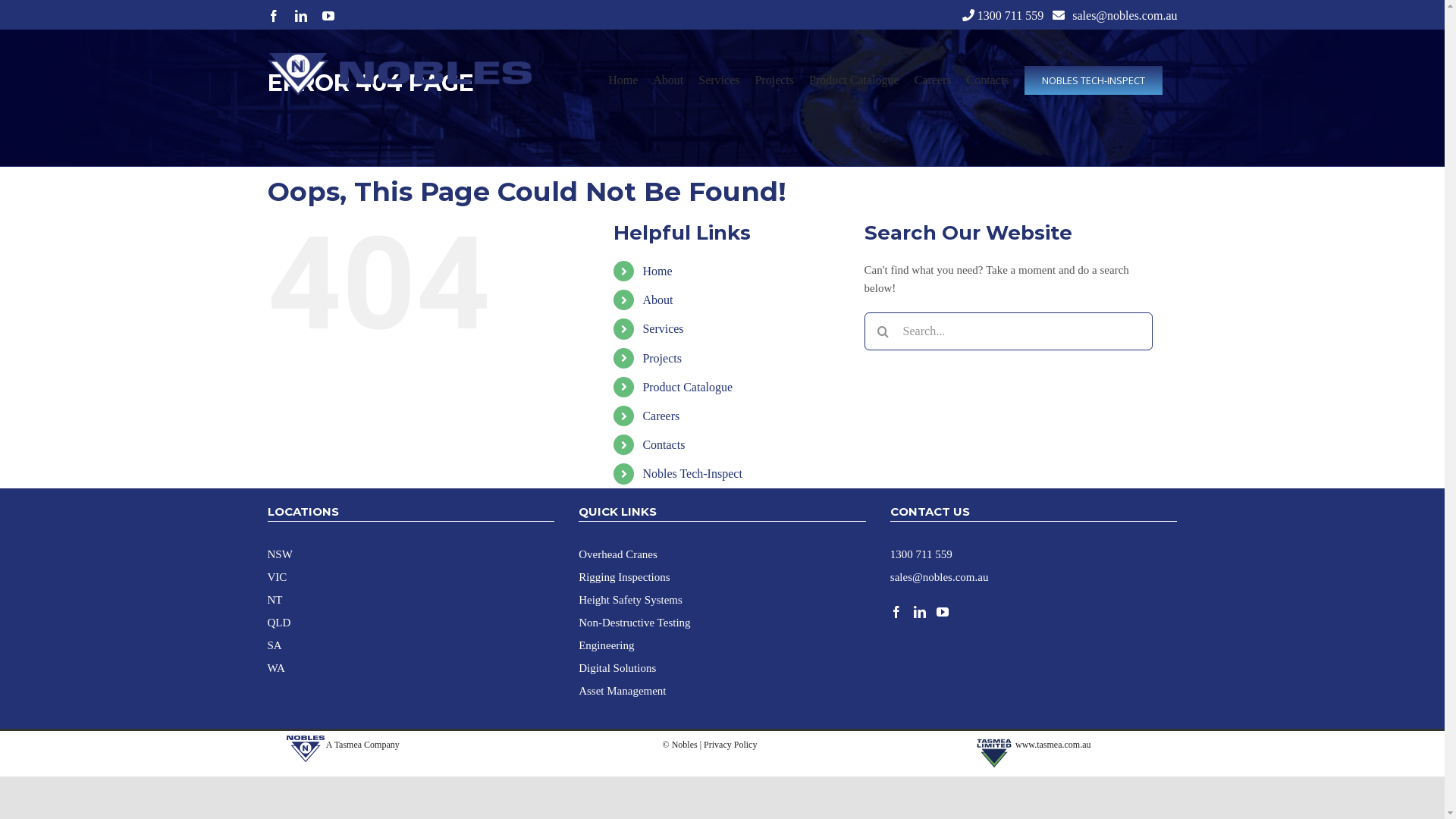  What do you see at coordinates (273, 15) in the screenshot?
I see `'Facebook'` at bounding box center [273, 15].